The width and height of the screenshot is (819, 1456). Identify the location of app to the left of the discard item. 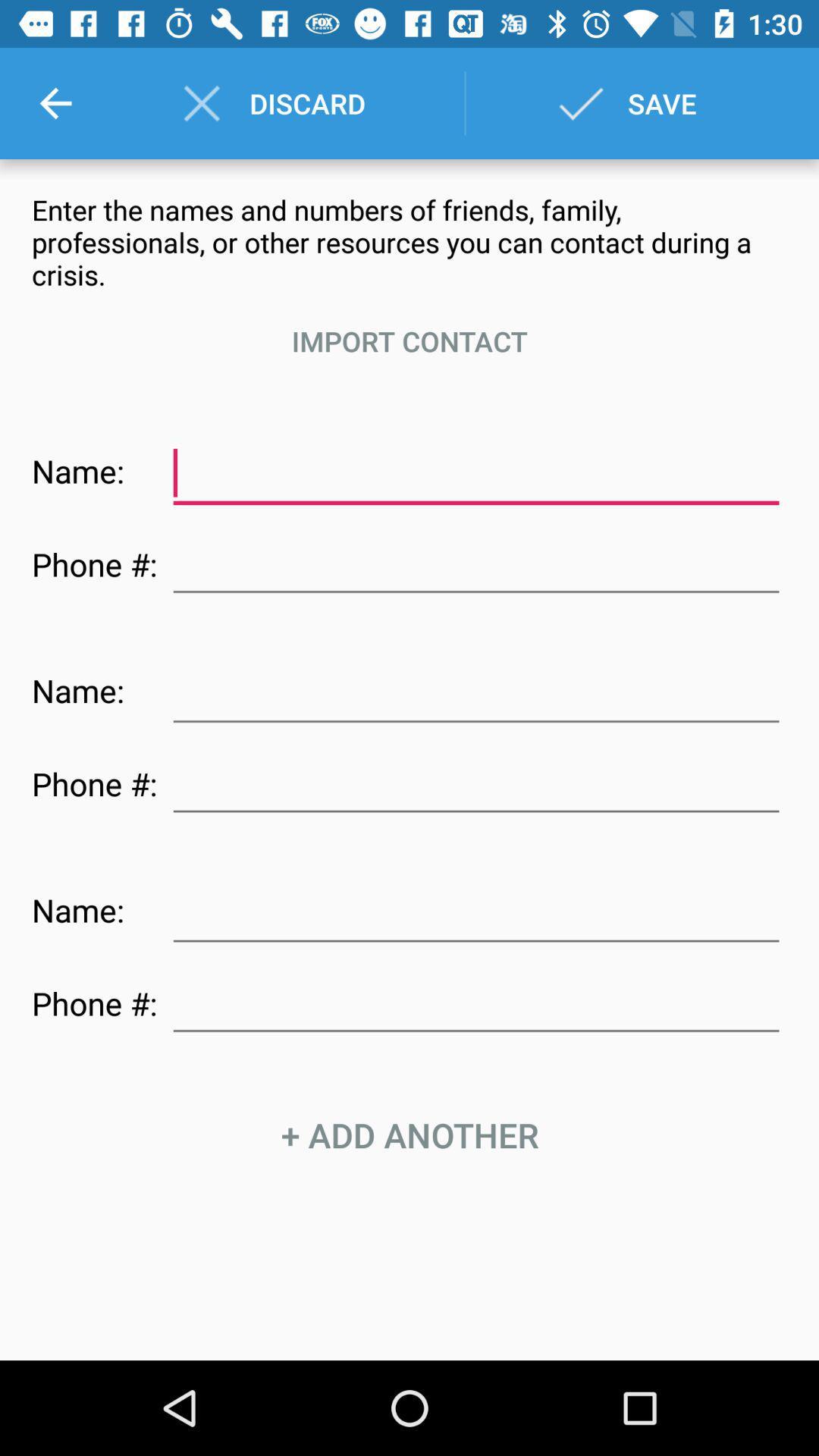
(55, 102).